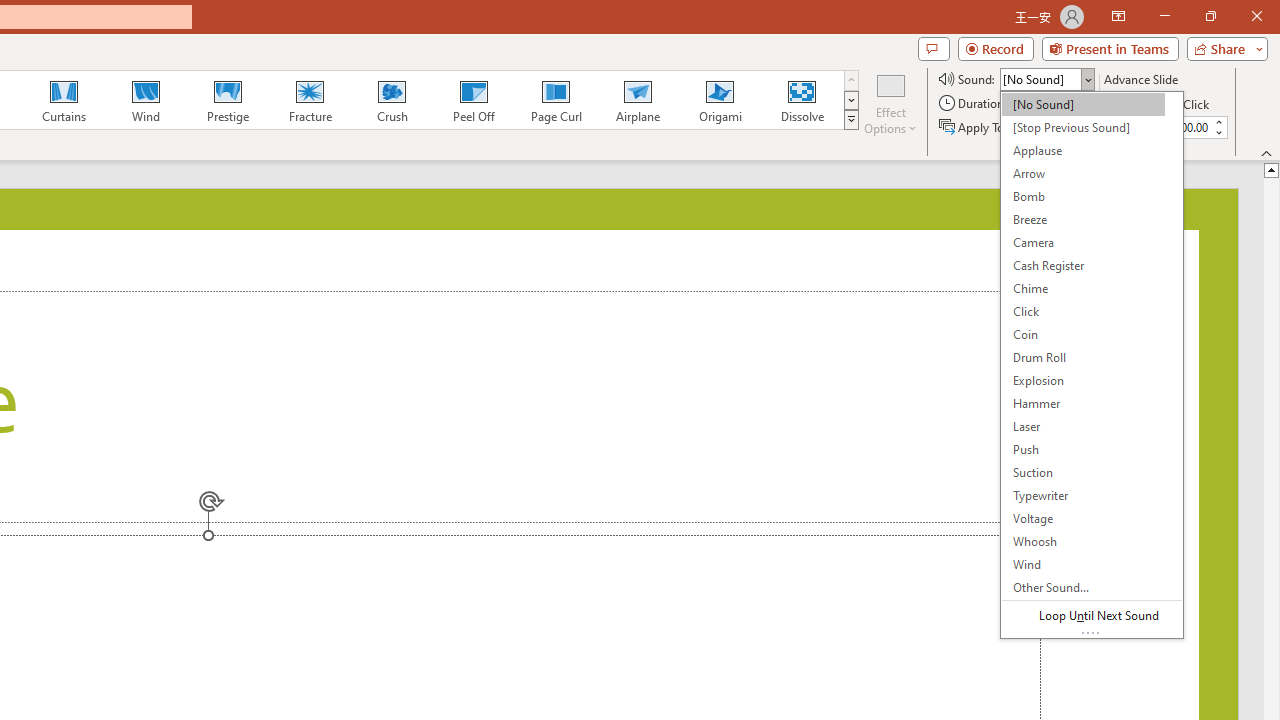 This screenshot has width=1280, height=720. Describe the element at coordinates (227, 100) in the screenshot. I see `'Prestige'` at that location.